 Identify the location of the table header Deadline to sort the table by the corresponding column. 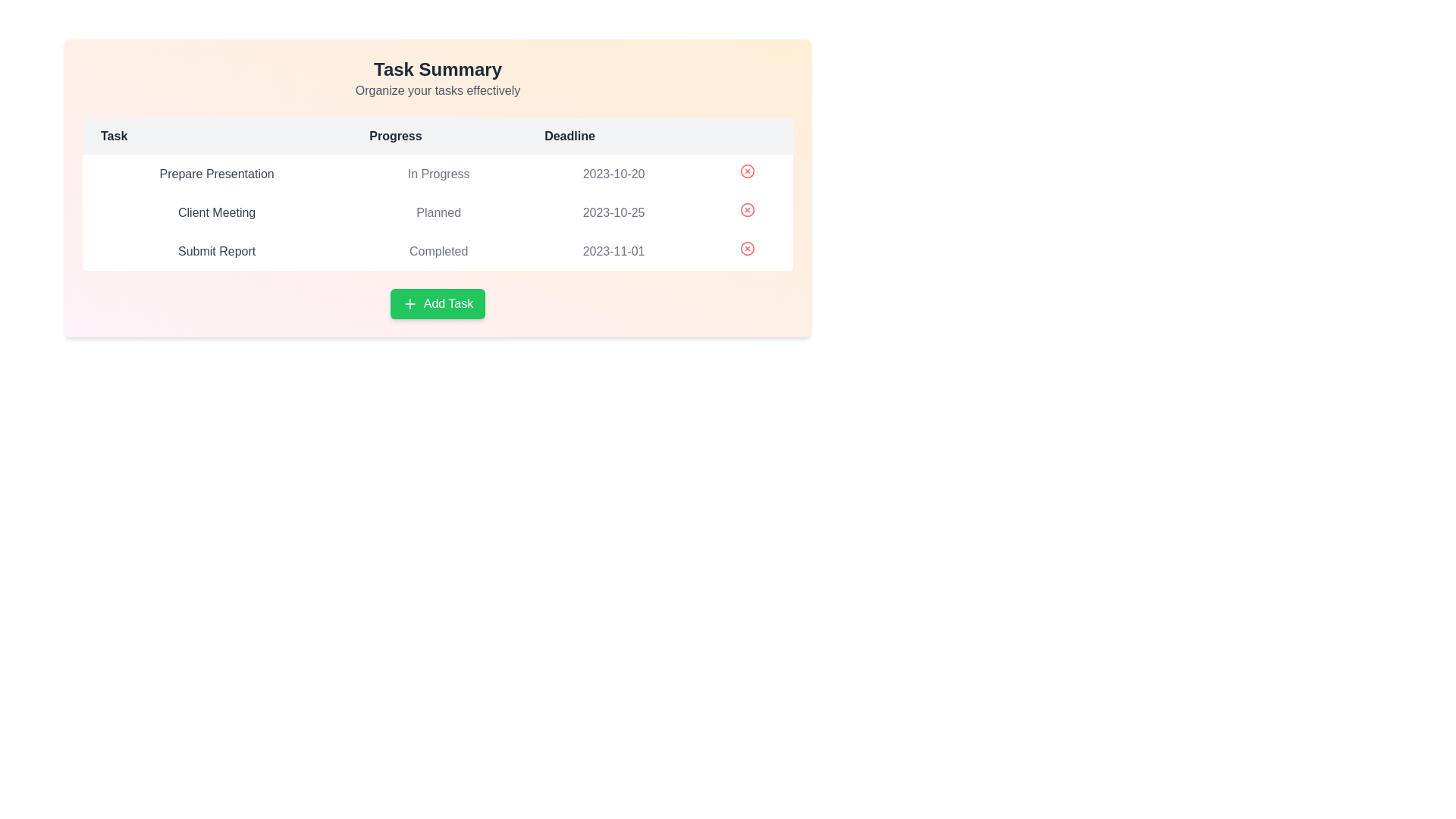
(614, 136).